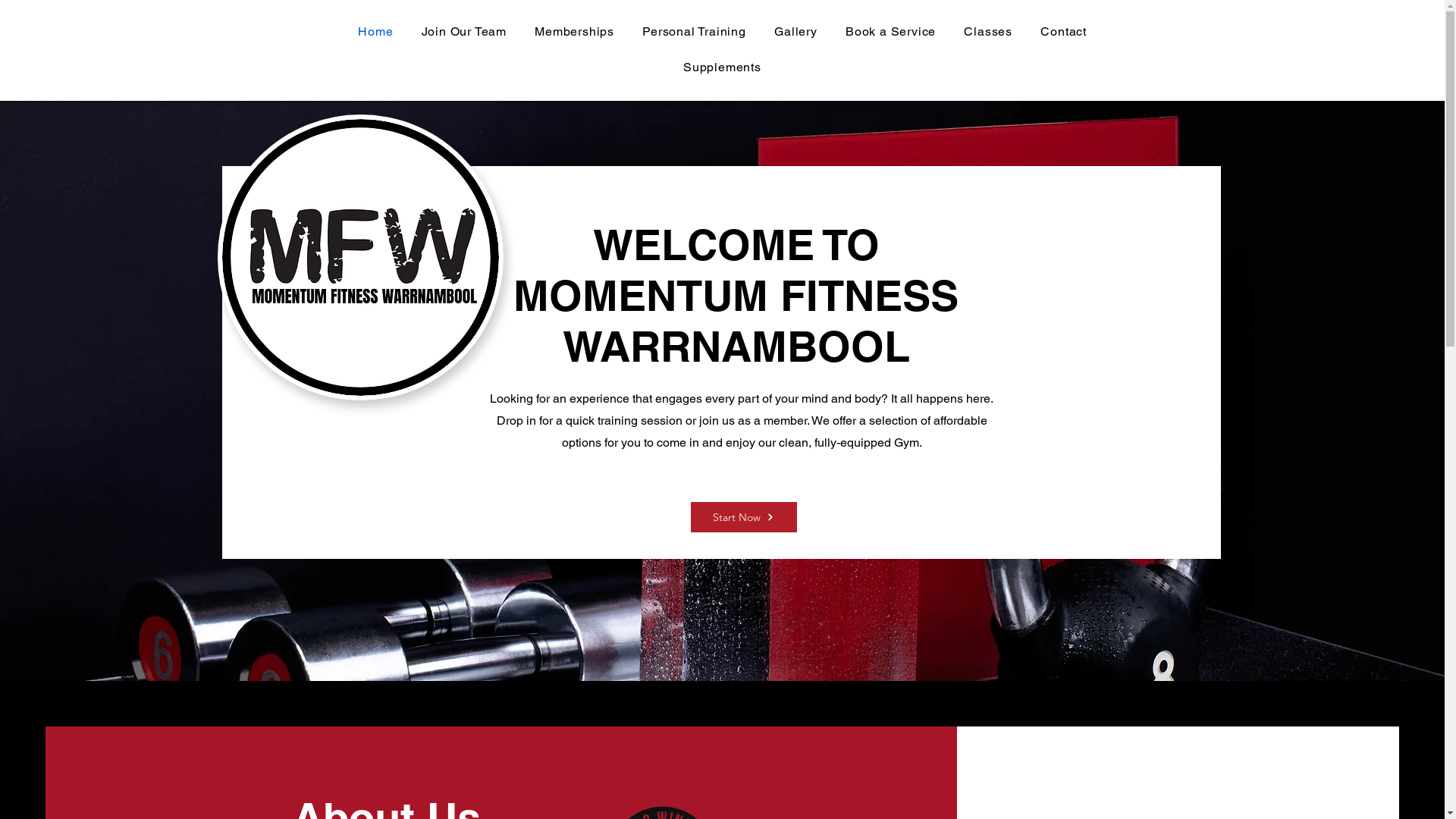 Image resolution: width=1456 pixels, height=819 pixels. Describe the element at coordinates (524, 31) in the screenshot. I see `'Memberships'` at that location.